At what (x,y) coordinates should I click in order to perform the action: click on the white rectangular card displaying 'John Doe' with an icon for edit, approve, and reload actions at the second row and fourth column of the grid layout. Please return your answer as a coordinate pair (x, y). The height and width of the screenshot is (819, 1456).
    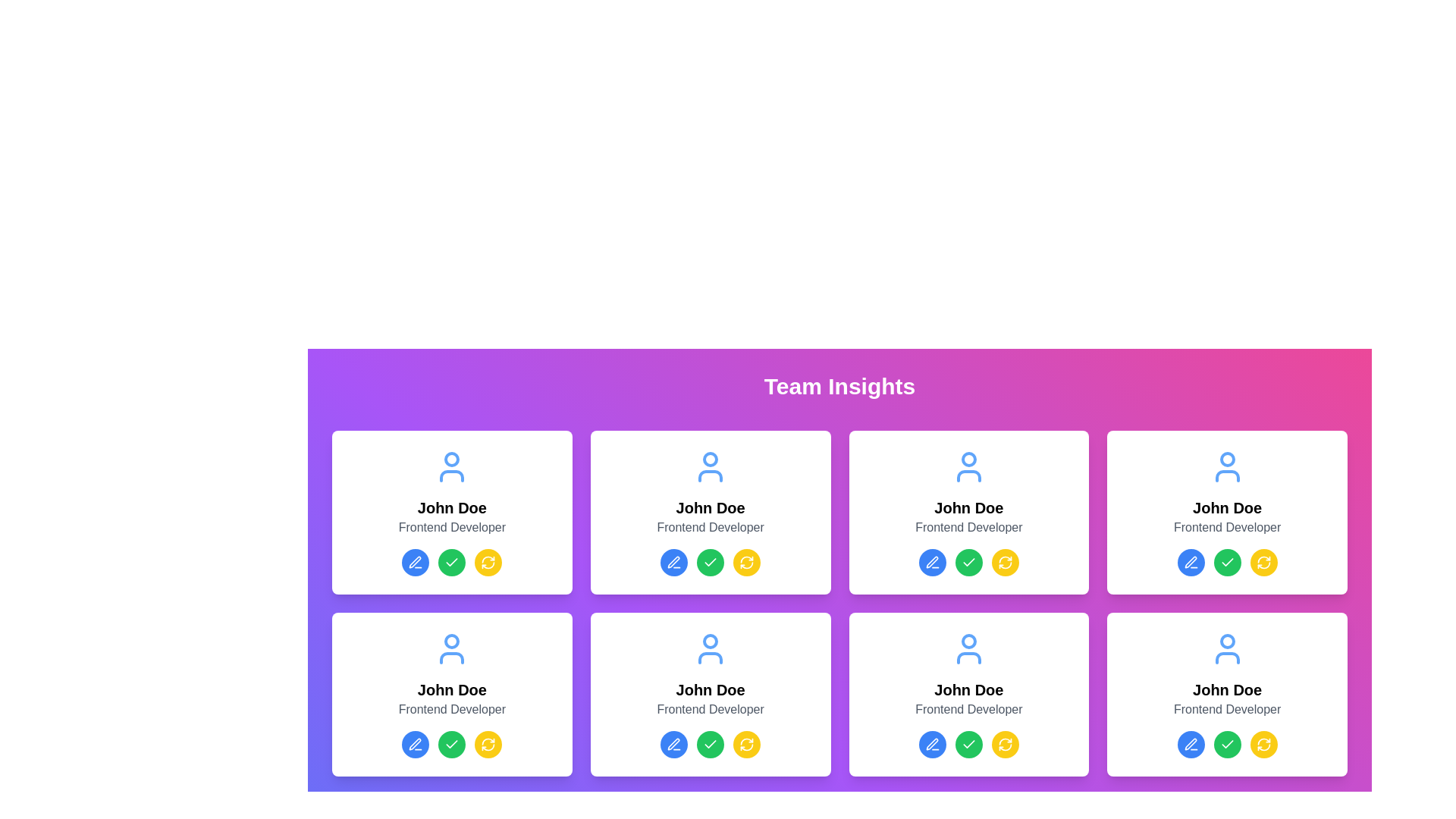
    Looking at the image, I should click on (968, 694).